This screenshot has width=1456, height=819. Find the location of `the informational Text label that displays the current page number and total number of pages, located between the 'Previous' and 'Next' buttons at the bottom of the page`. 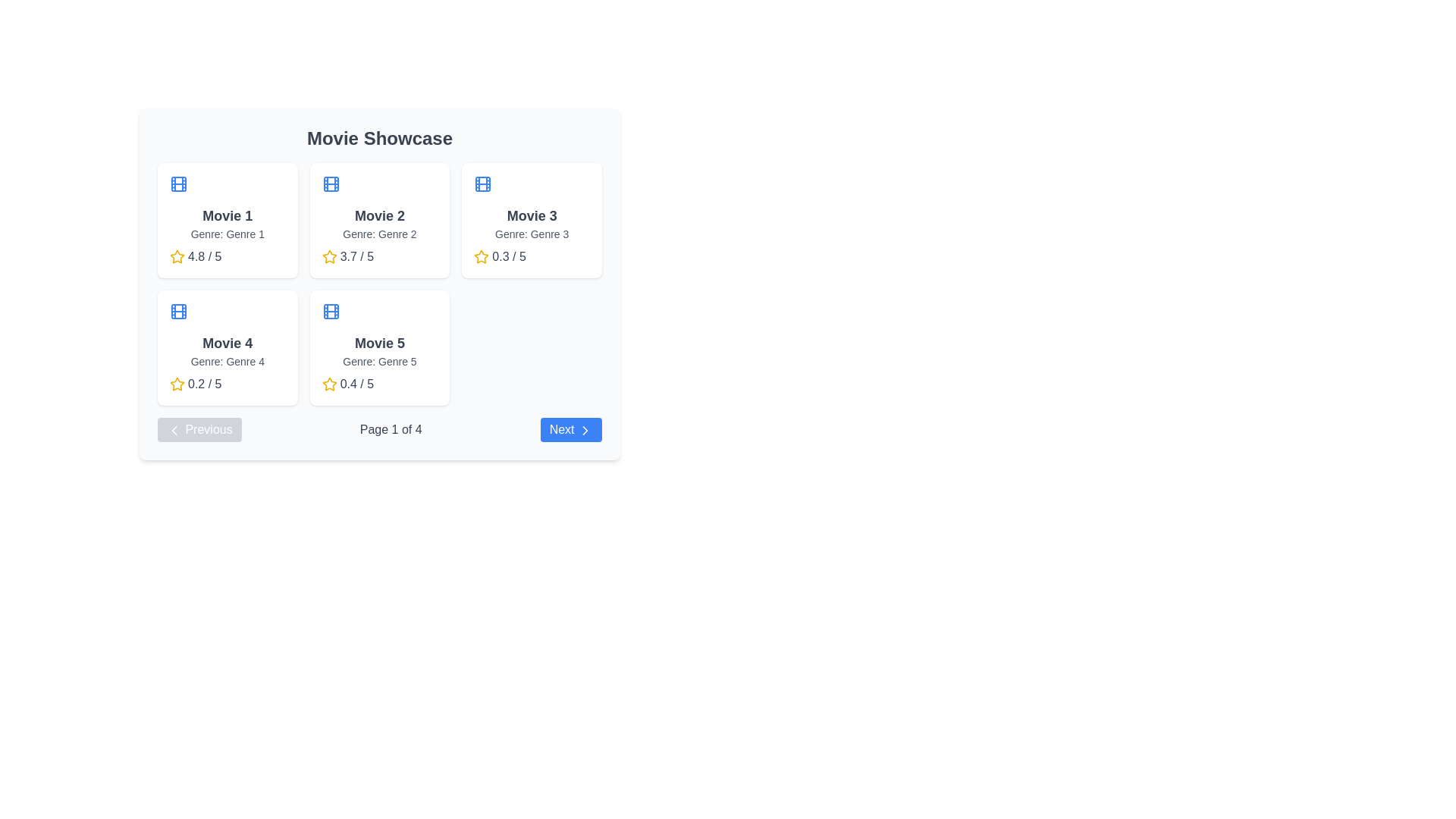

the informational Text label that displays the current page number and total number of pages, located between the 'Previous' and 'Next' buttons at the bottom of the page is located at coordinates (391, 430).